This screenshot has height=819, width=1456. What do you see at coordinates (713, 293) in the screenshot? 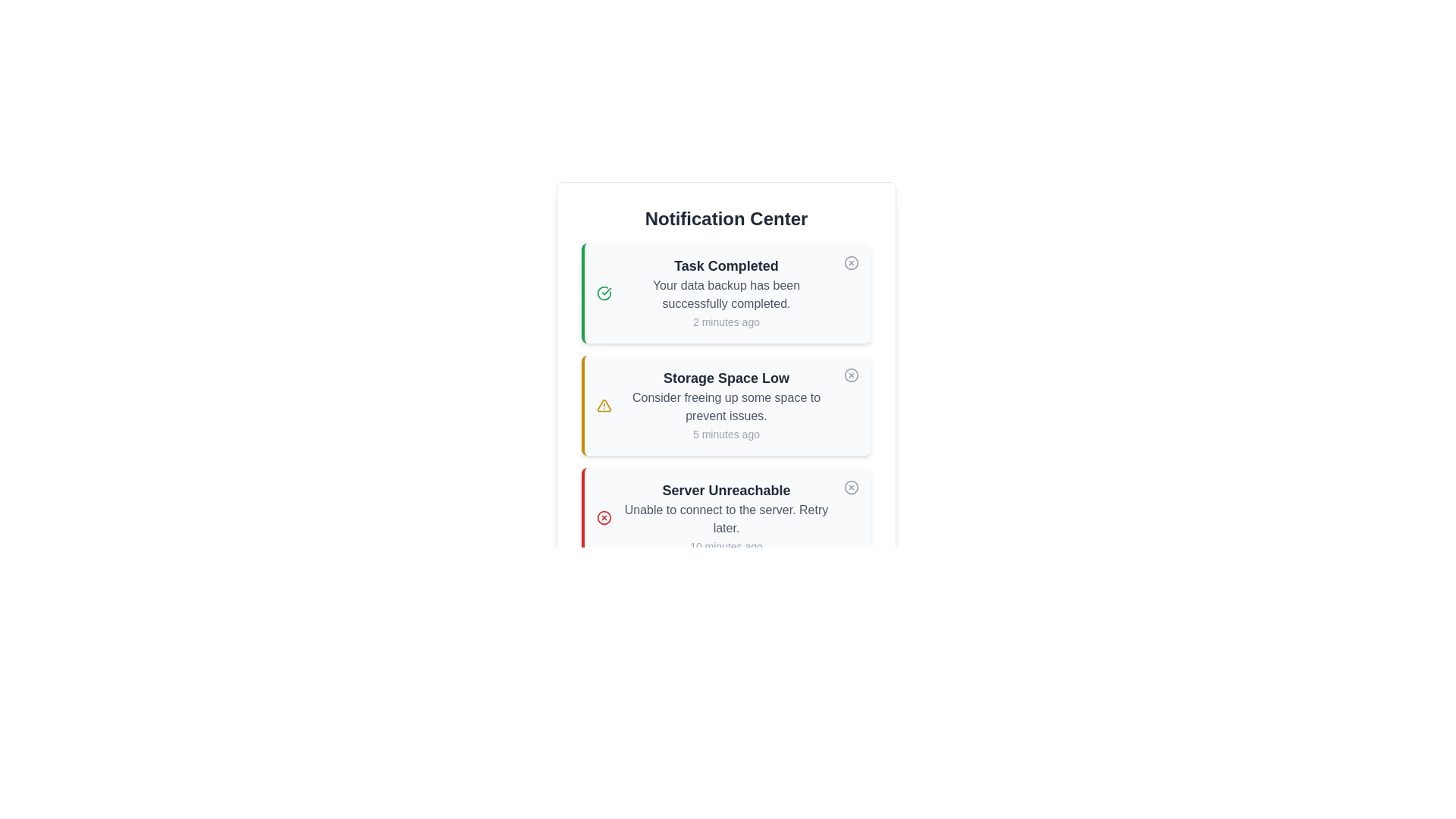
I see `the first notification card in the Notification Center, which has a distinct green left border indicating successful data backup completion` at bounding box center [713, 293].